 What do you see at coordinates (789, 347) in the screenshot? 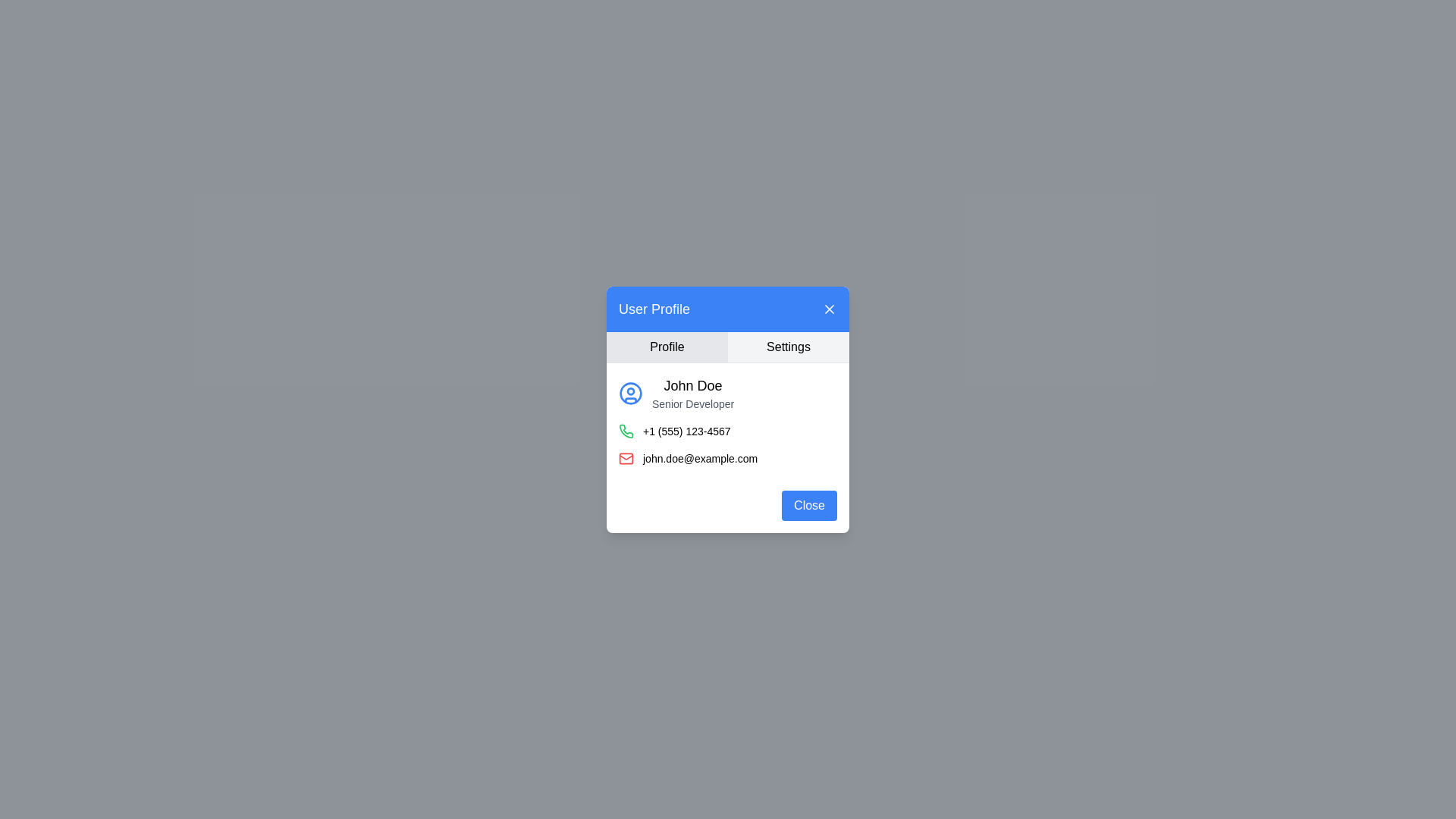
I see `the second tab in the horizontal menu of the 'User Profile' popup dialog to switch views` at bounding box center [789, 347].